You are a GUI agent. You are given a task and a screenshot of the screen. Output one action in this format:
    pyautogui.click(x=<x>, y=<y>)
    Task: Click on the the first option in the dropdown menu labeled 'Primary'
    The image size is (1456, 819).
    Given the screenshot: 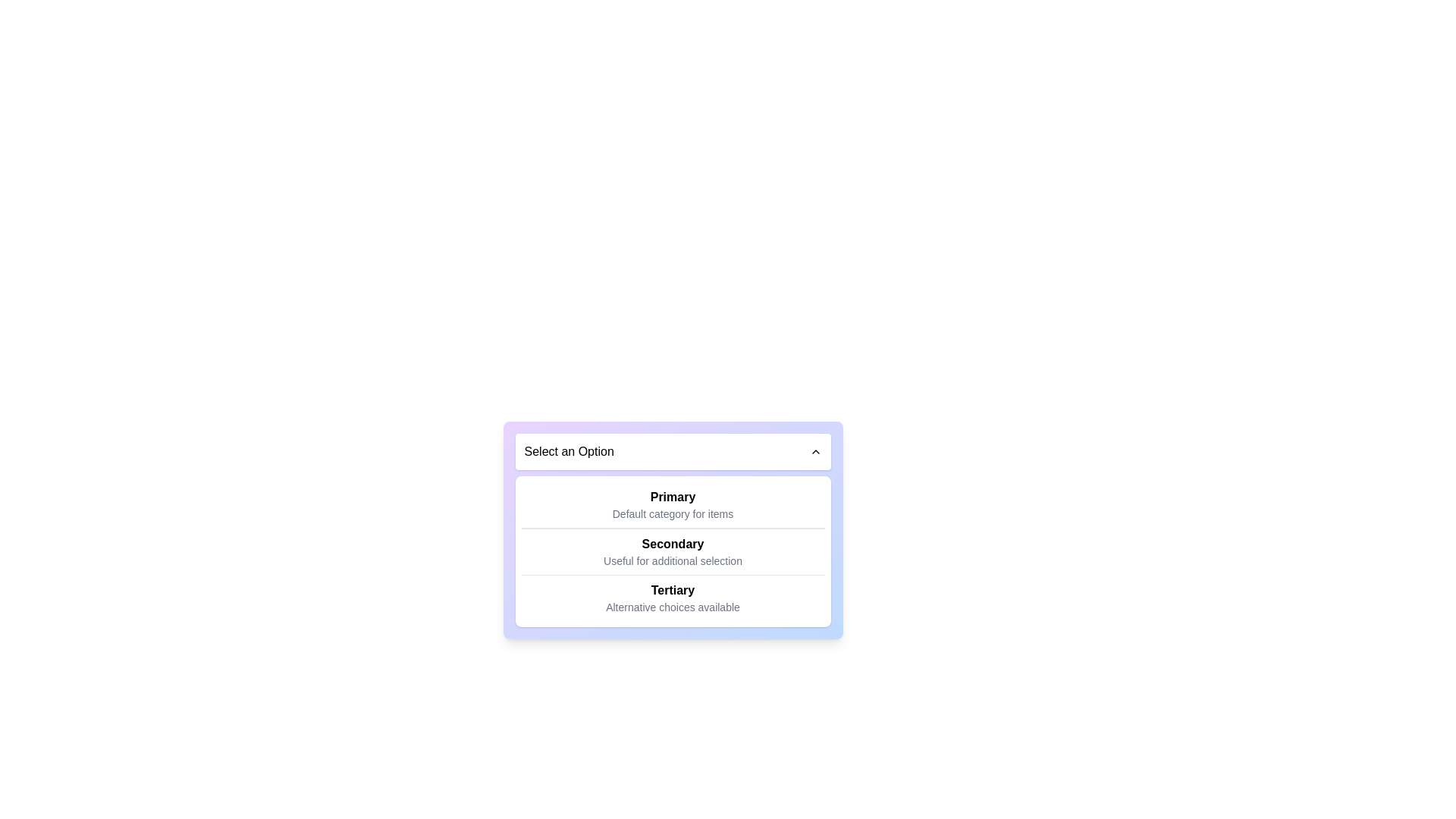 What is the action you would take?
    pyautogui.click(x=672, y=505)
    